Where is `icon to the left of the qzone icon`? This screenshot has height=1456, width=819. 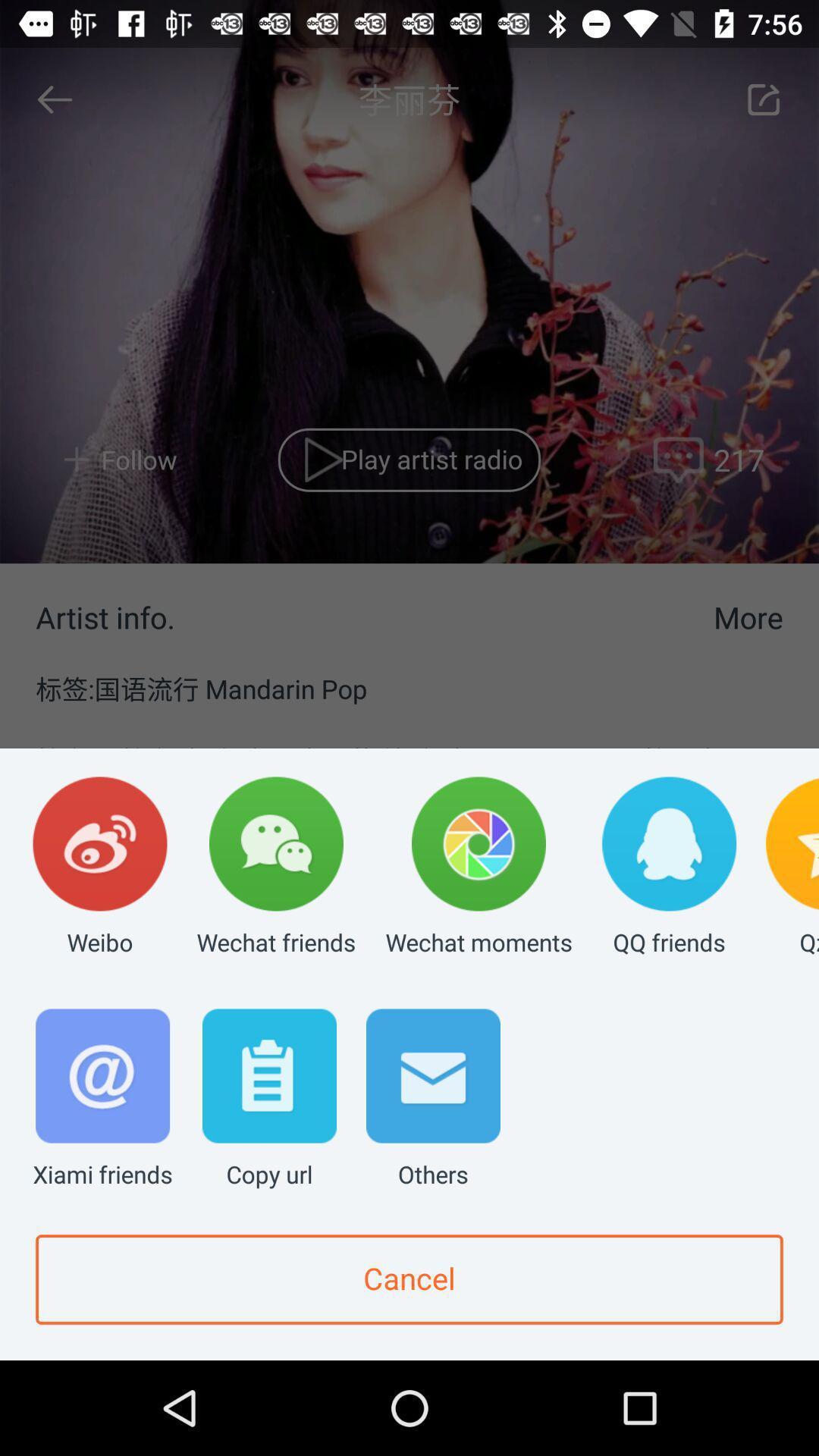 icon to the left of the qzone icon is located at coordinates (668, 868).